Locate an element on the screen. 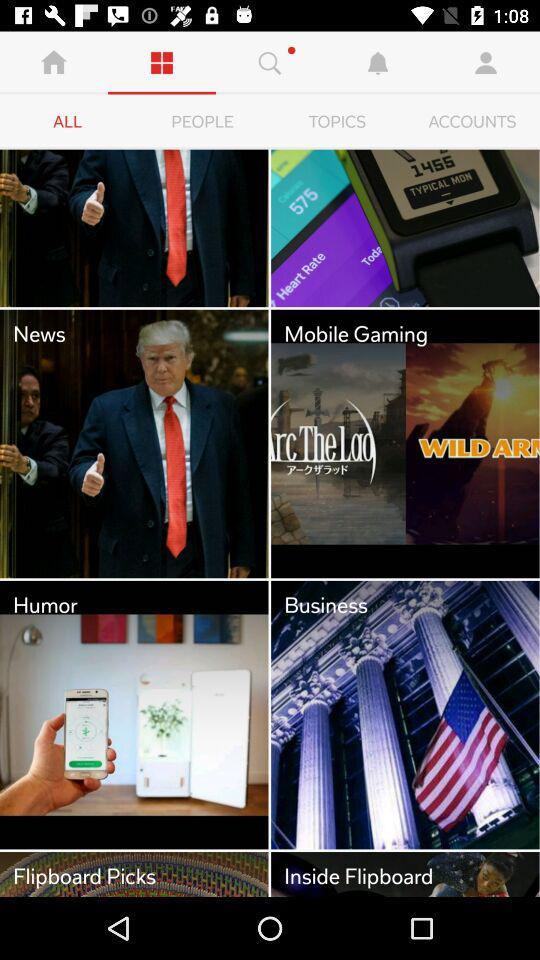 The width and height of the screenshot is (540, 960). the fourth image of the page is located at coordinates (405, 444).